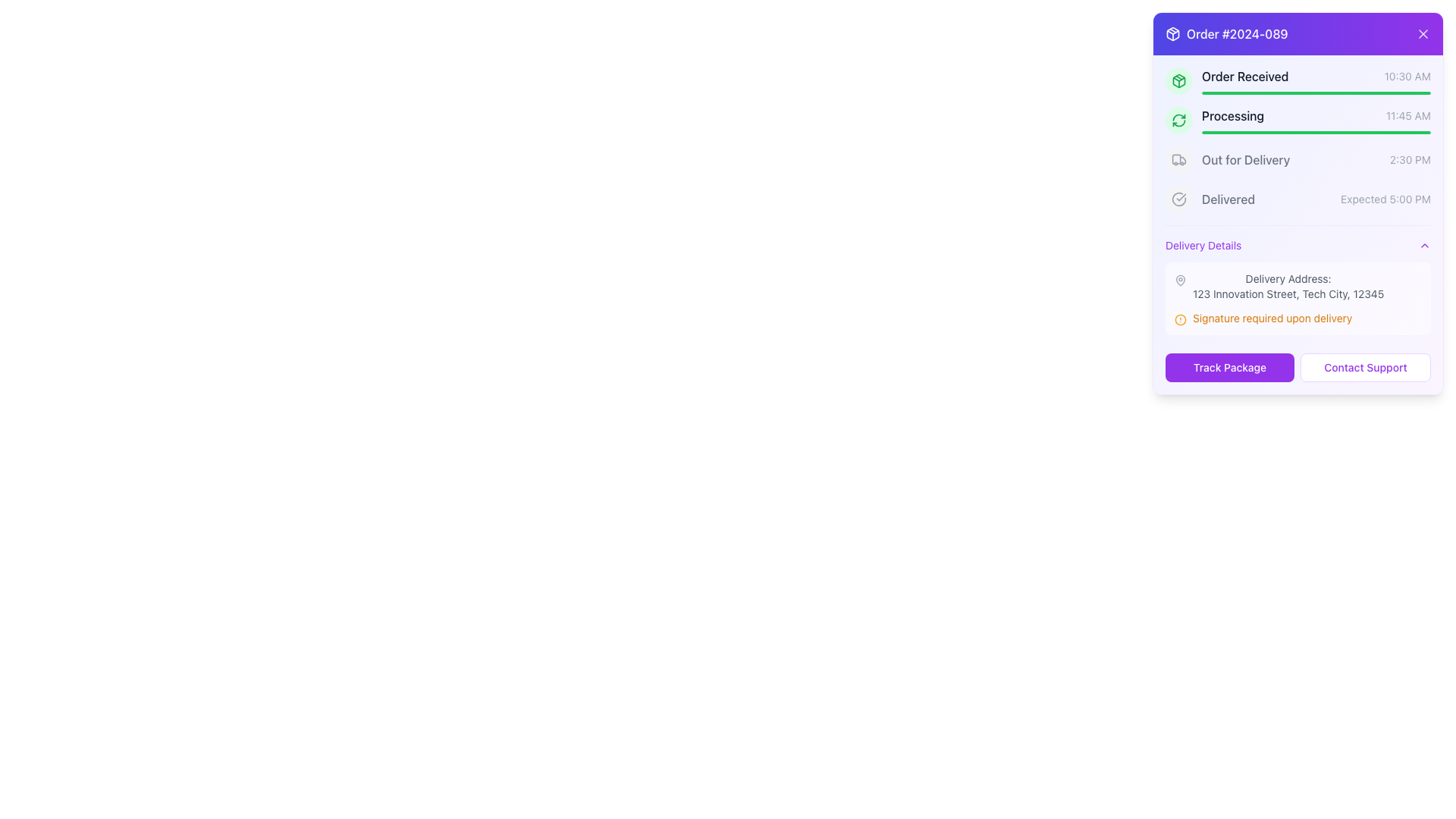 The width and height of the screenshot is (1456, 819). I want to click on the static text label displaying 'Expected 5:00 PM', which is styled with a small font size and light gray coloring, located under the 'Delivered' label and aligned to the right side of its containing box, so click(1385, 198).